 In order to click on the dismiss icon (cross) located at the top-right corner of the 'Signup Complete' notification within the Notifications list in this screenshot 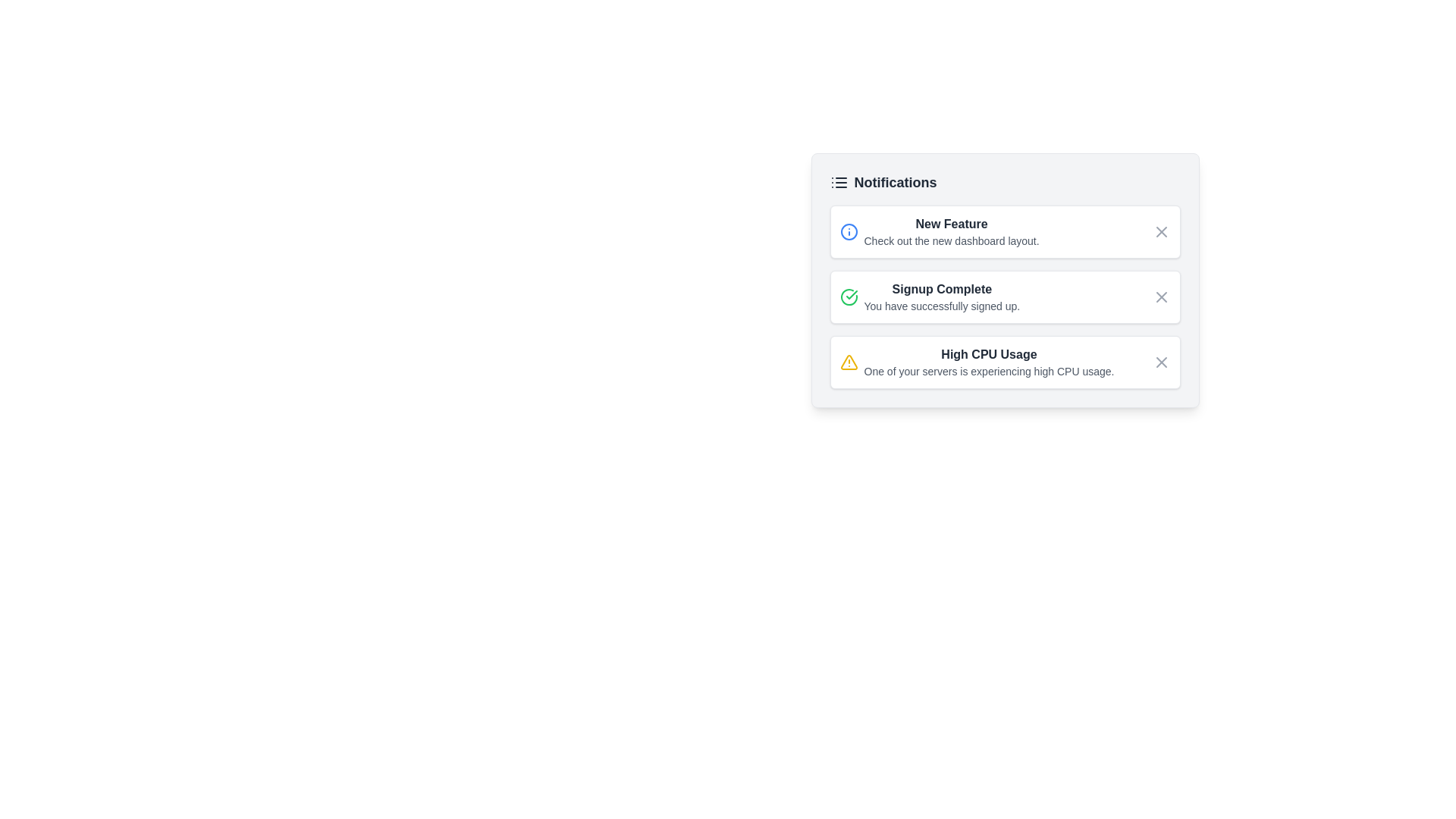, I will do `click(1160, 297)`.